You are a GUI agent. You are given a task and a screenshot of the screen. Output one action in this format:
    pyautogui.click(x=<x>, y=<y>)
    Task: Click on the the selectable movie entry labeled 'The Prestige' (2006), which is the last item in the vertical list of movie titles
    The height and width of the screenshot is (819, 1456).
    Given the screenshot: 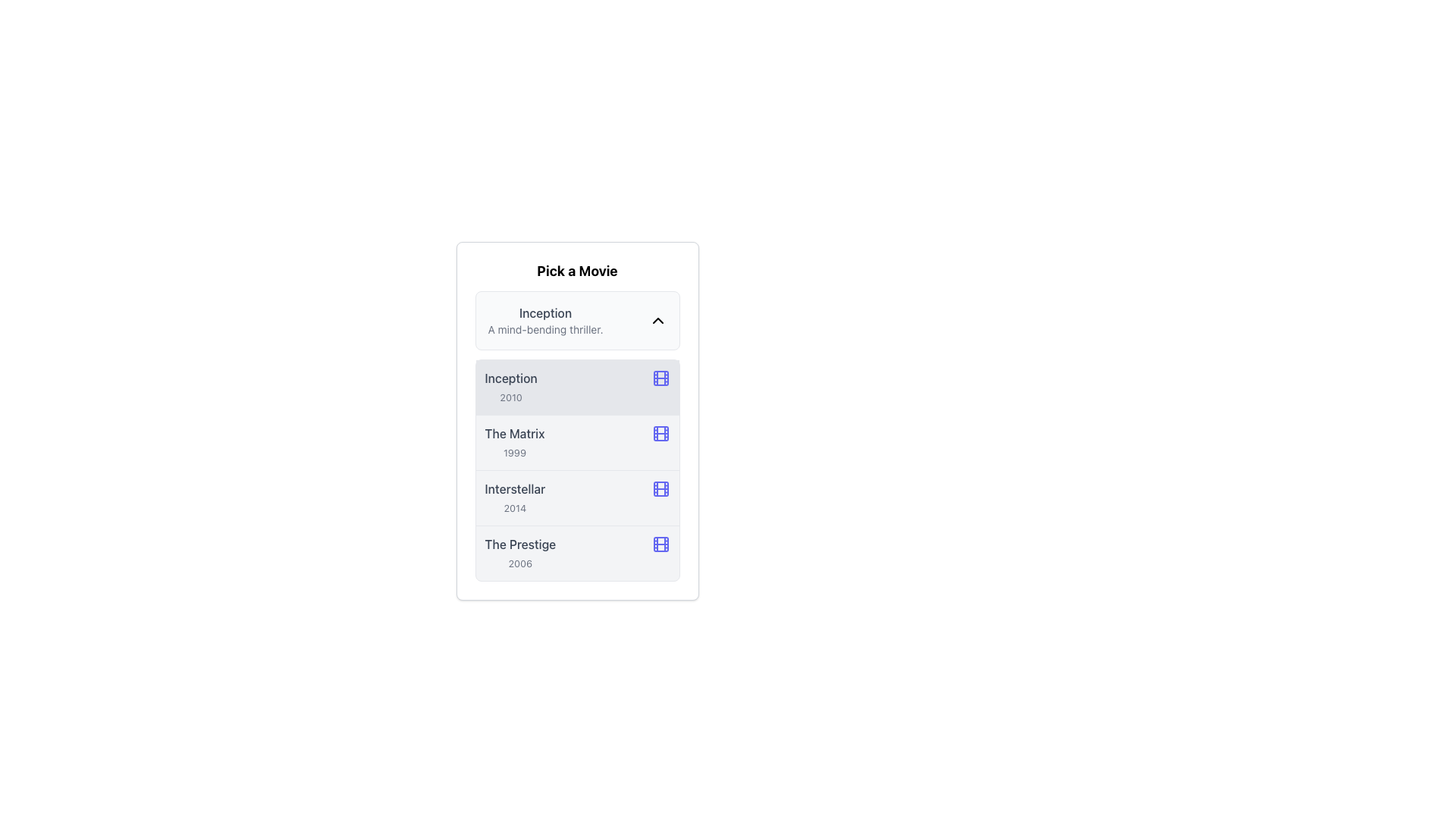 What is the action you would take?
    pyautogui.click(x=520, y=553)
    